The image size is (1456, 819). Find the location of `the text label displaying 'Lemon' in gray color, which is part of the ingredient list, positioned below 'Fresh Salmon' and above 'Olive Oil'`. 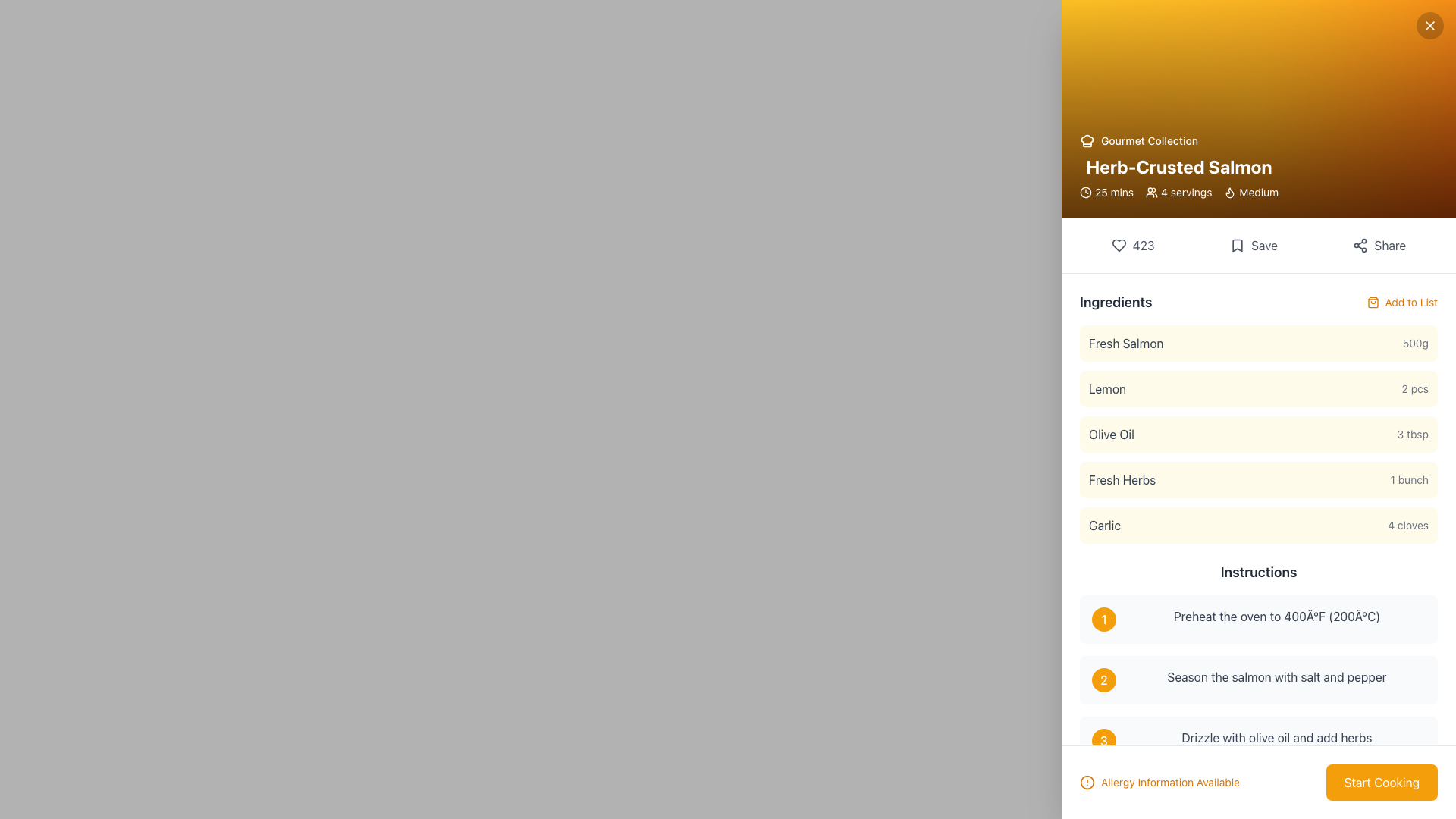

the text label displaying 'Lemon' in gray color, which is part of the ingredient list, positioned below 'Fresh Salmon' and above 'Olive Oil' is located at coordinates (1107, 388).